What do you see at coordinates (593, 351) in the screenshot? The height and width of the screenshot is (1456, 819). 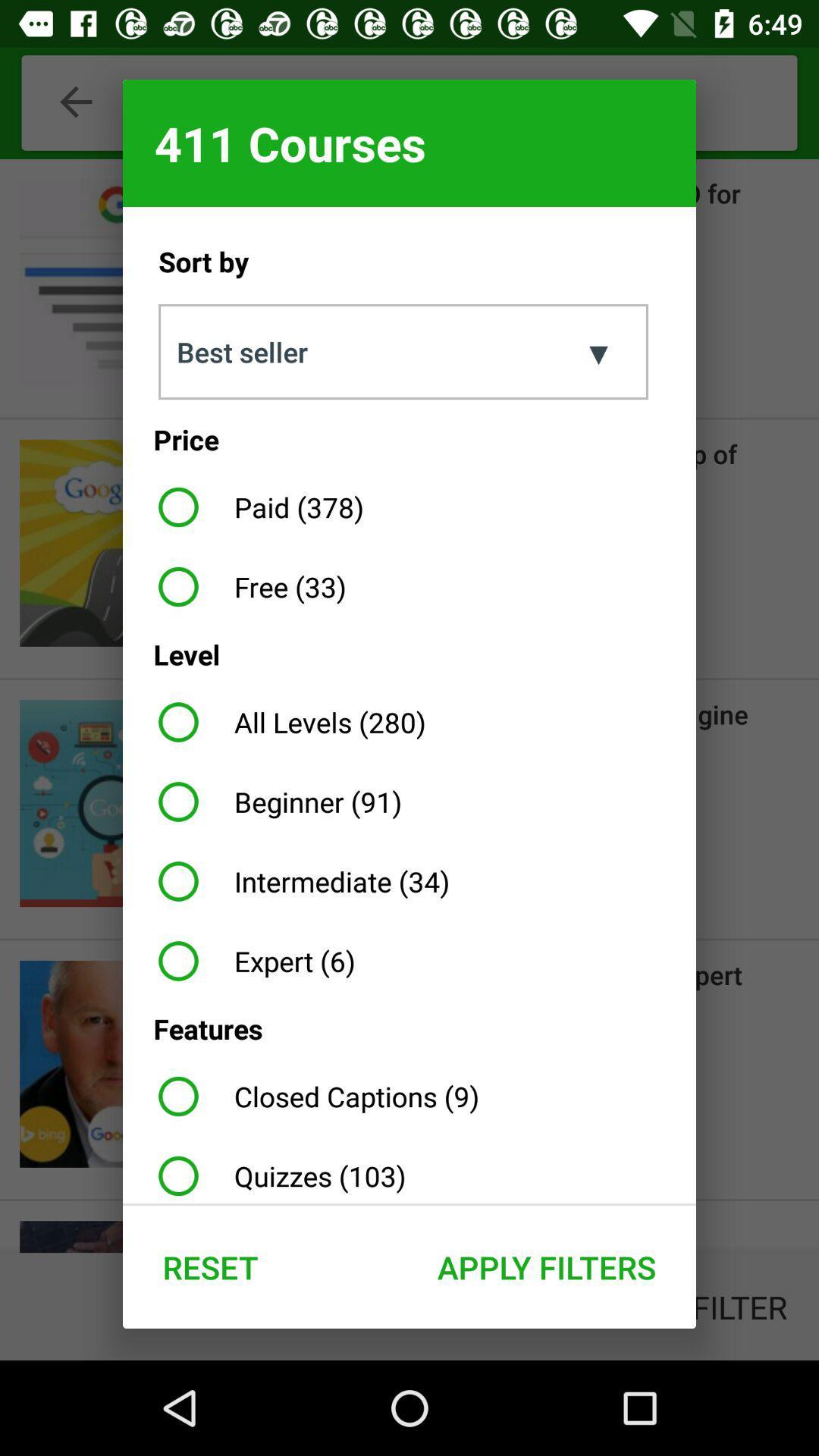 I see `item below 411 courses` at bounding box center [593, 351].